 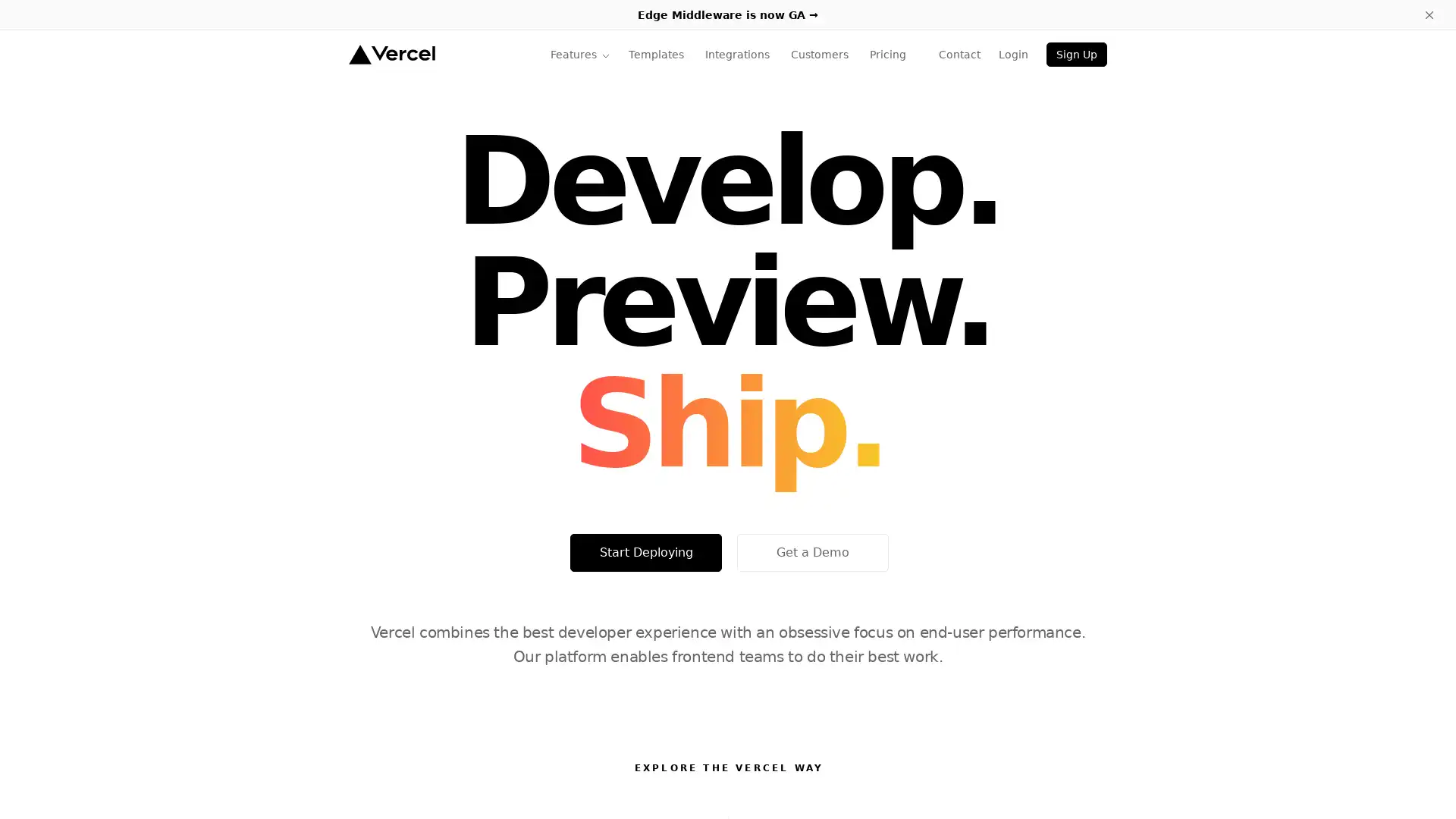 I want to click on Sign Up, so click(x=1076, y=54).